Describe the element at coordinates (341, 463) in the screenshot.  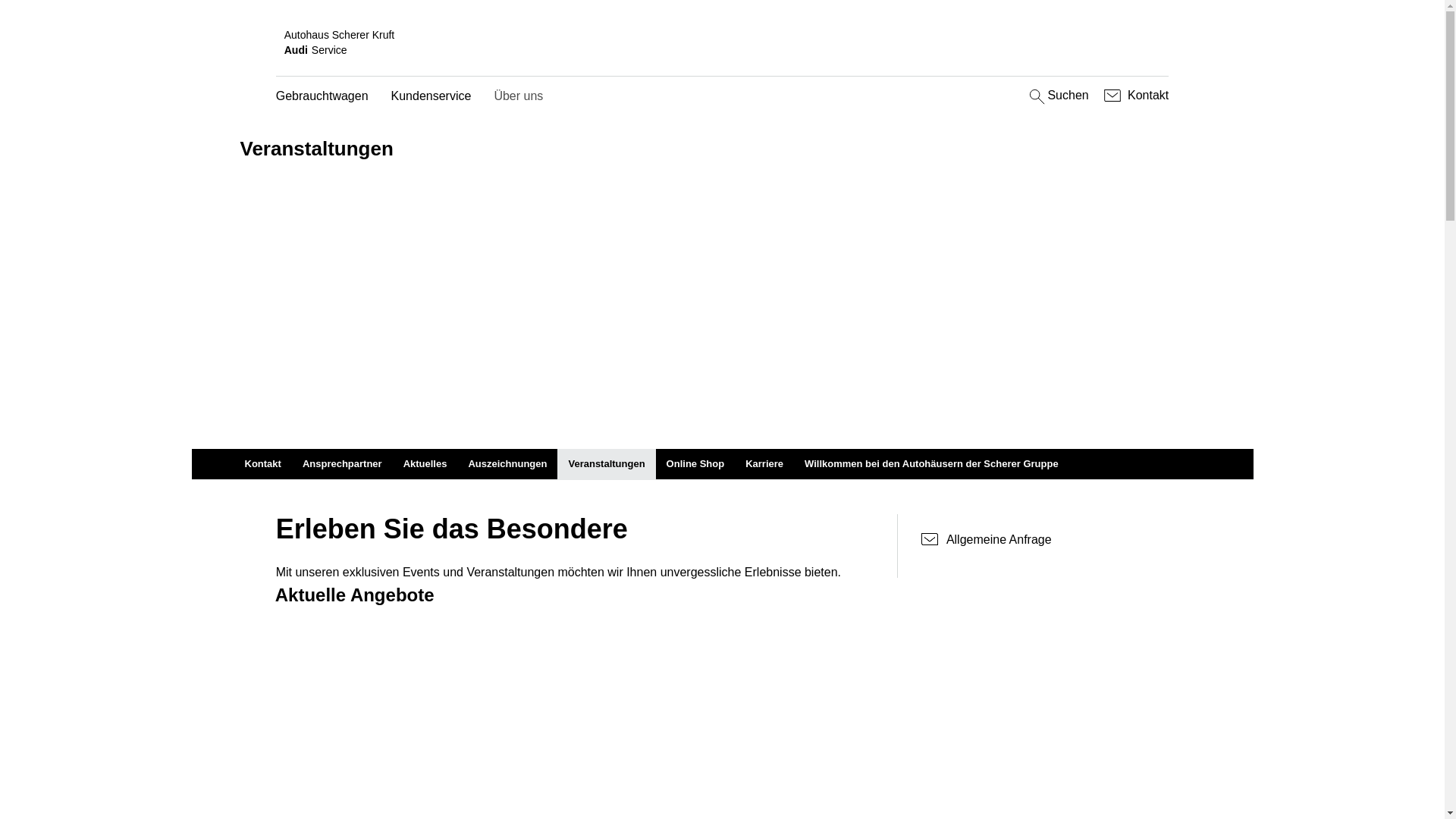
I see `'Ansprechpartner'` at that location.